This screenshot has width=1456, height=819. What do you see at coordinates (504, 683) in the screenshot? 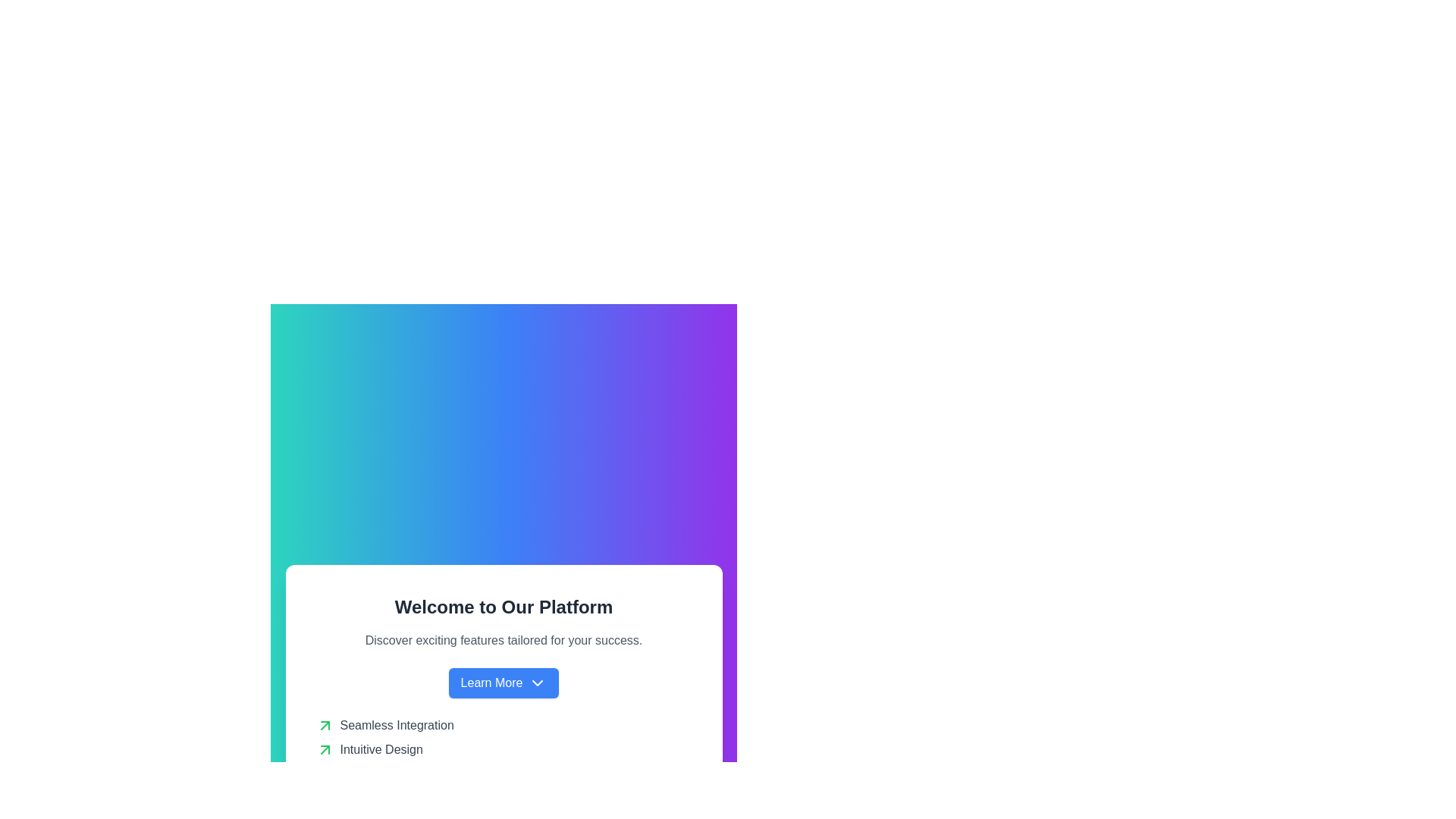
I see `the button located below the title 'Discover exciting features tailored for your success.'` at bounding box center [504, 683].